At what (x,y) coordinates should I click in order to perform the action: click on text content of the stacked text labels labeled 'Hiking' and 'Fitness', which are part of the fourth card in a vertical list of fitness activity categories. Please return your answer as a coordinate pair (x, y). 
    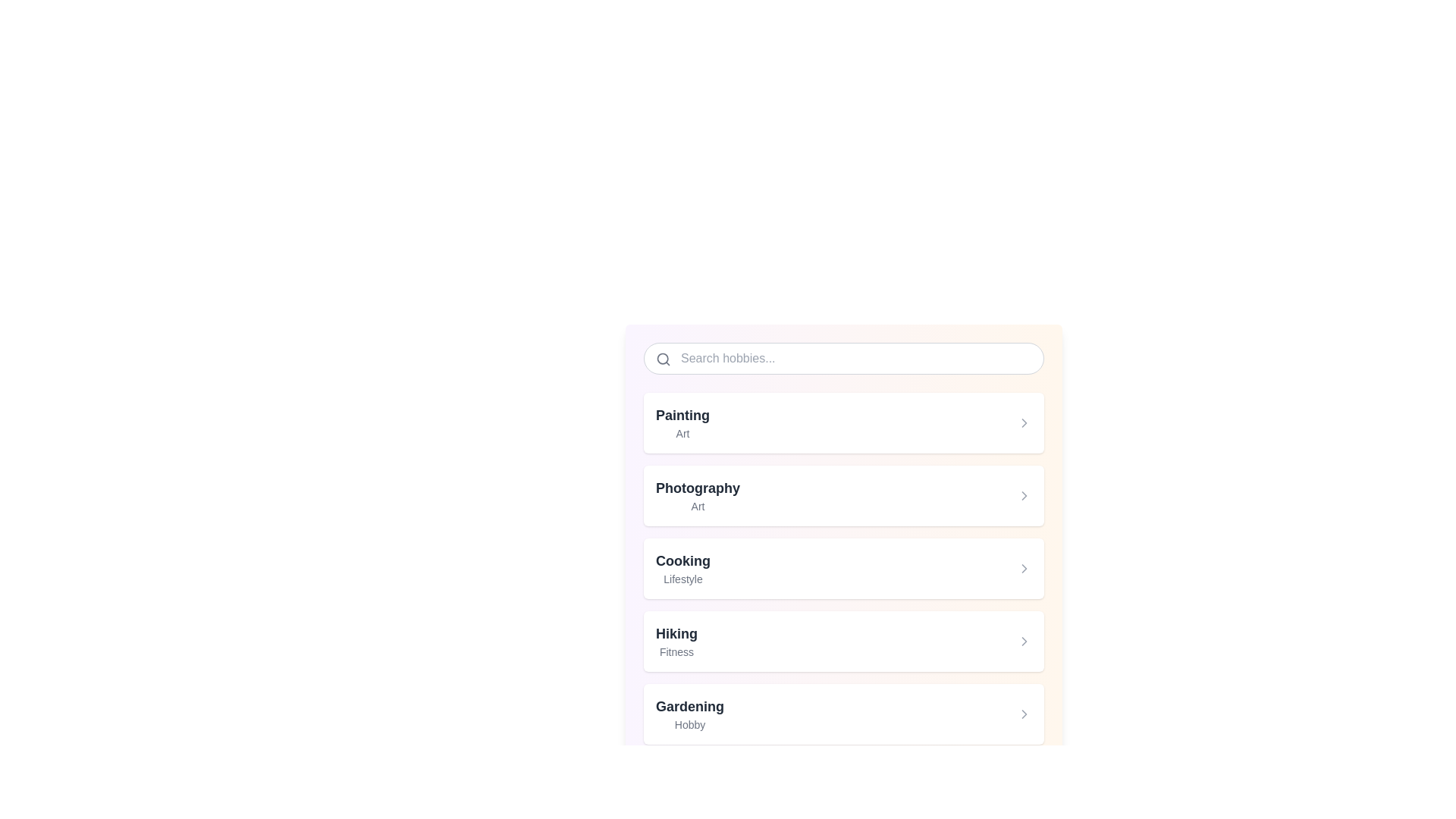
    Looking at the image, I should click on (676, 641).